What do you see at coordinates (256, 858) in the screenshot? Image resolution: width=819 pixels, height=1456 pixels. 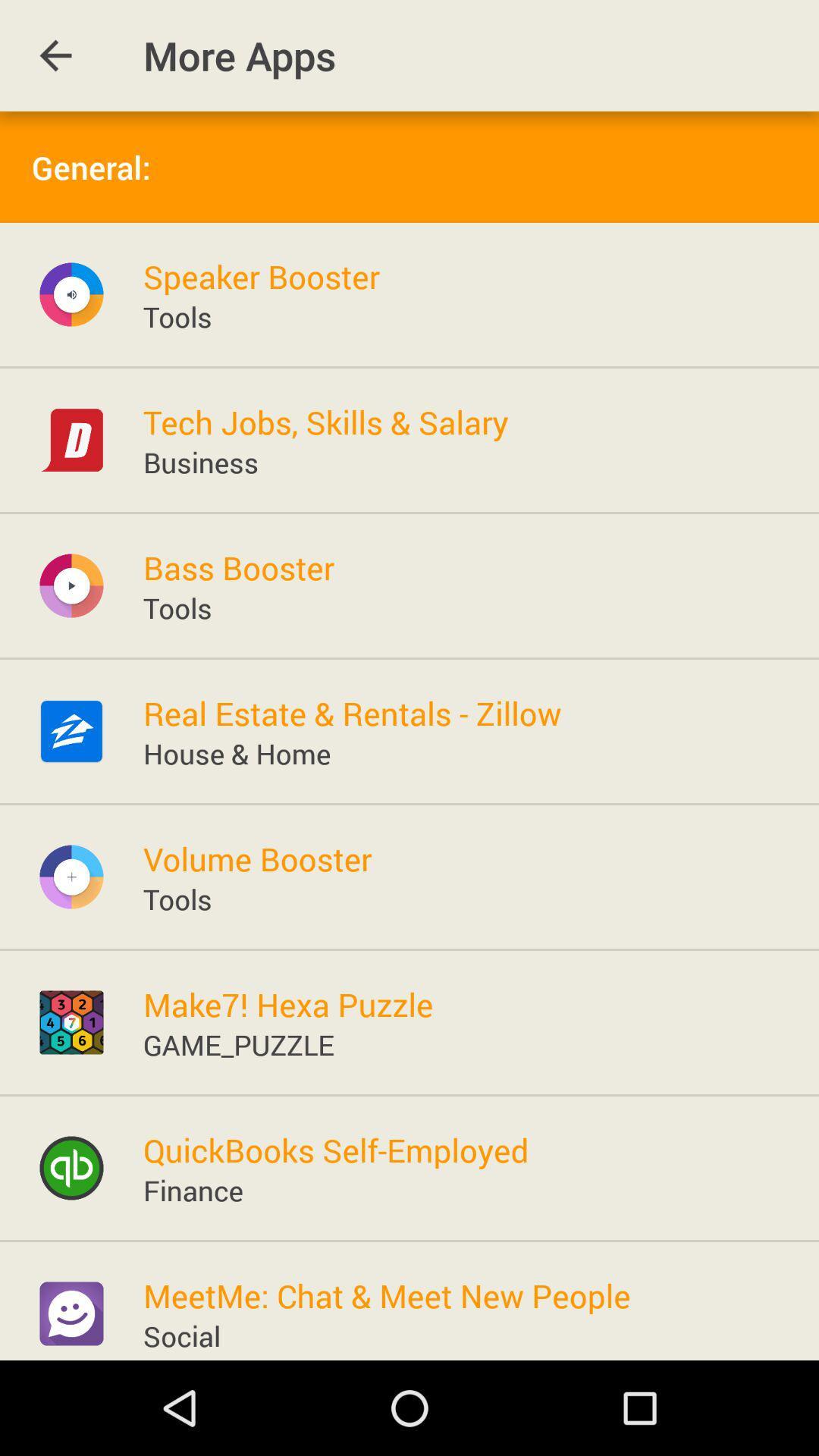 I see `the volume booster item` at bounding box center [256, 858].